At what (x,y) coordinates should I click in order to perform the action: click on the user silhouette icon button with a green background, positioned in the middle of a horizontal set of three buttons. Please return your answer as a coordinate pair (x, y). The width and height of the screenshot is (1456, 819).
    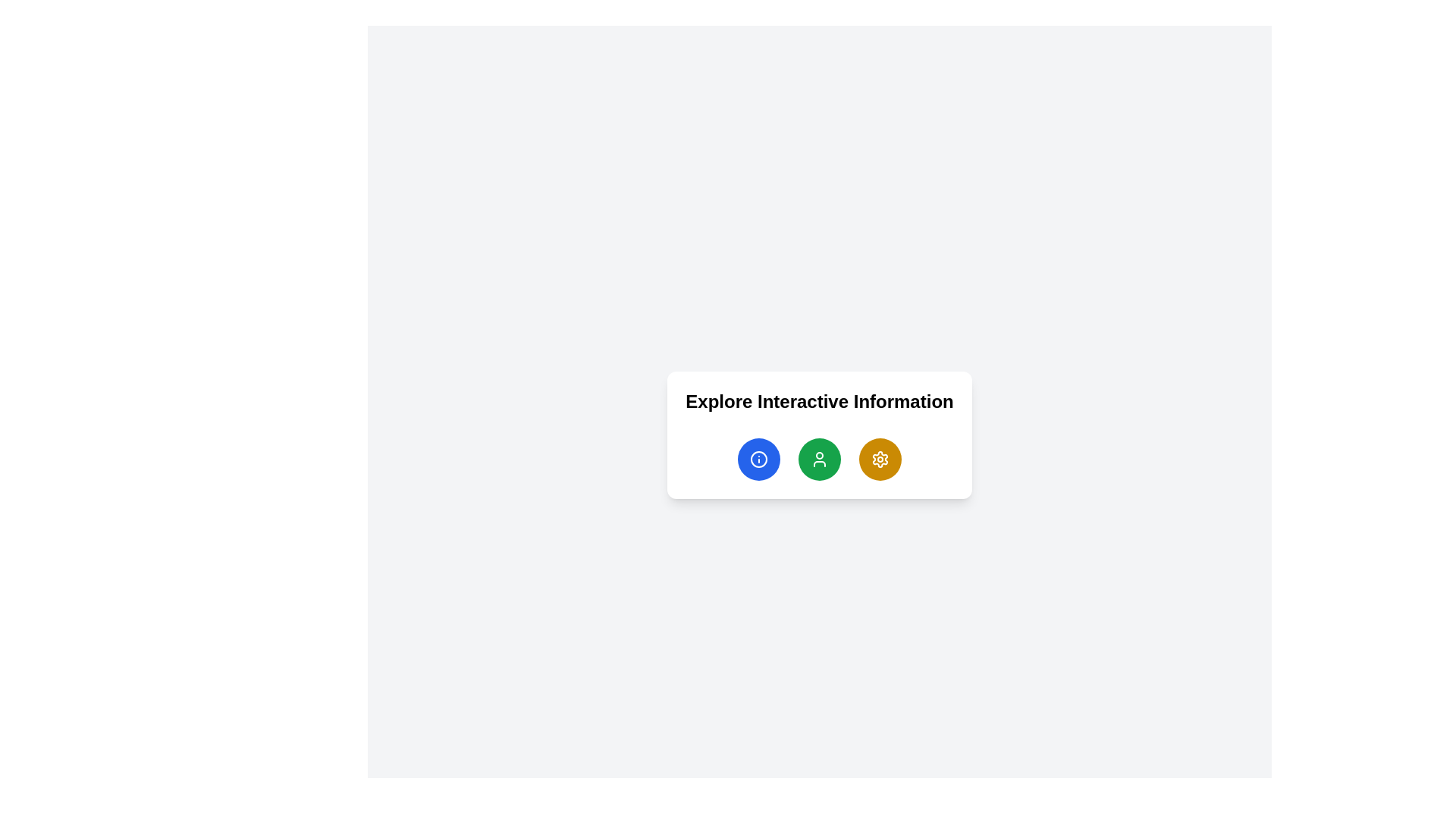
    Looking at the image, I should click on (818, 458).